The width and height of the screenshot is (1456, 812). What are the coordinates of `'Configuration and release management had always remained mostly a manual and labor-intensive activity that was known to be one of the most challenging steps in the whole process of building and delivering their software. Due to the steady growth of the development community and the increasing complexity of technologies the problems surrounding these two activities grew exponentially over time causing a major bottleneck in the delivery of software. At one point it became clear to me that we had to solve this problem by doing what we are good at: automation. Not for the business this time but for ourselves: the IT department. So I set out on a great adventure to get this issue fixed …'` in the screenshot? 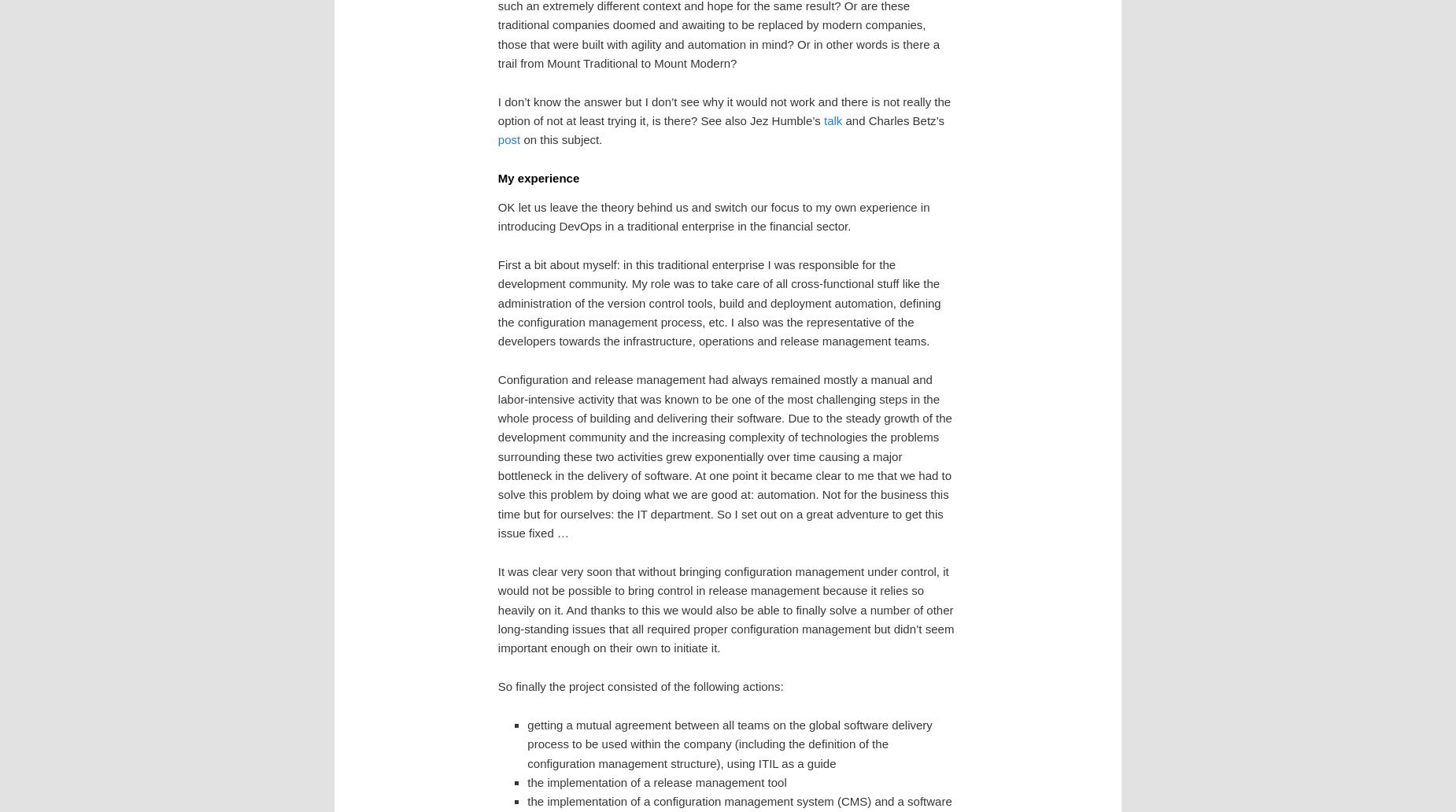 It's located at (724, 456).